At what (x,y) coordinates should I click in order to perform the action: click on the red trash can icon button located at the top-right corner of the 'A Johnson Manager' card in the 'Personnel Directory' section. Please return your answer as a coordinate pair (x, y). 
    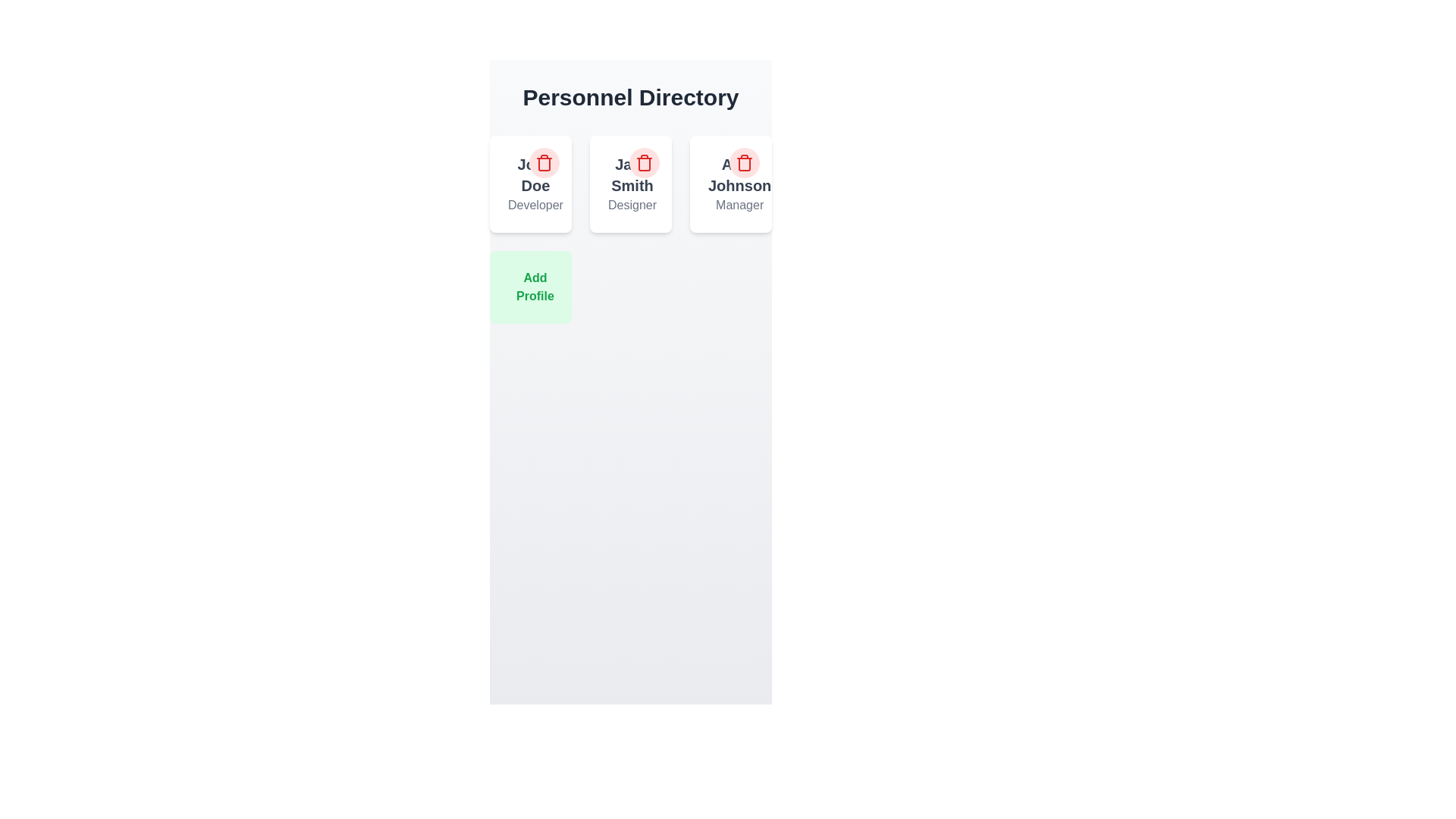
    Looking at the image, I should click on (745, 163).